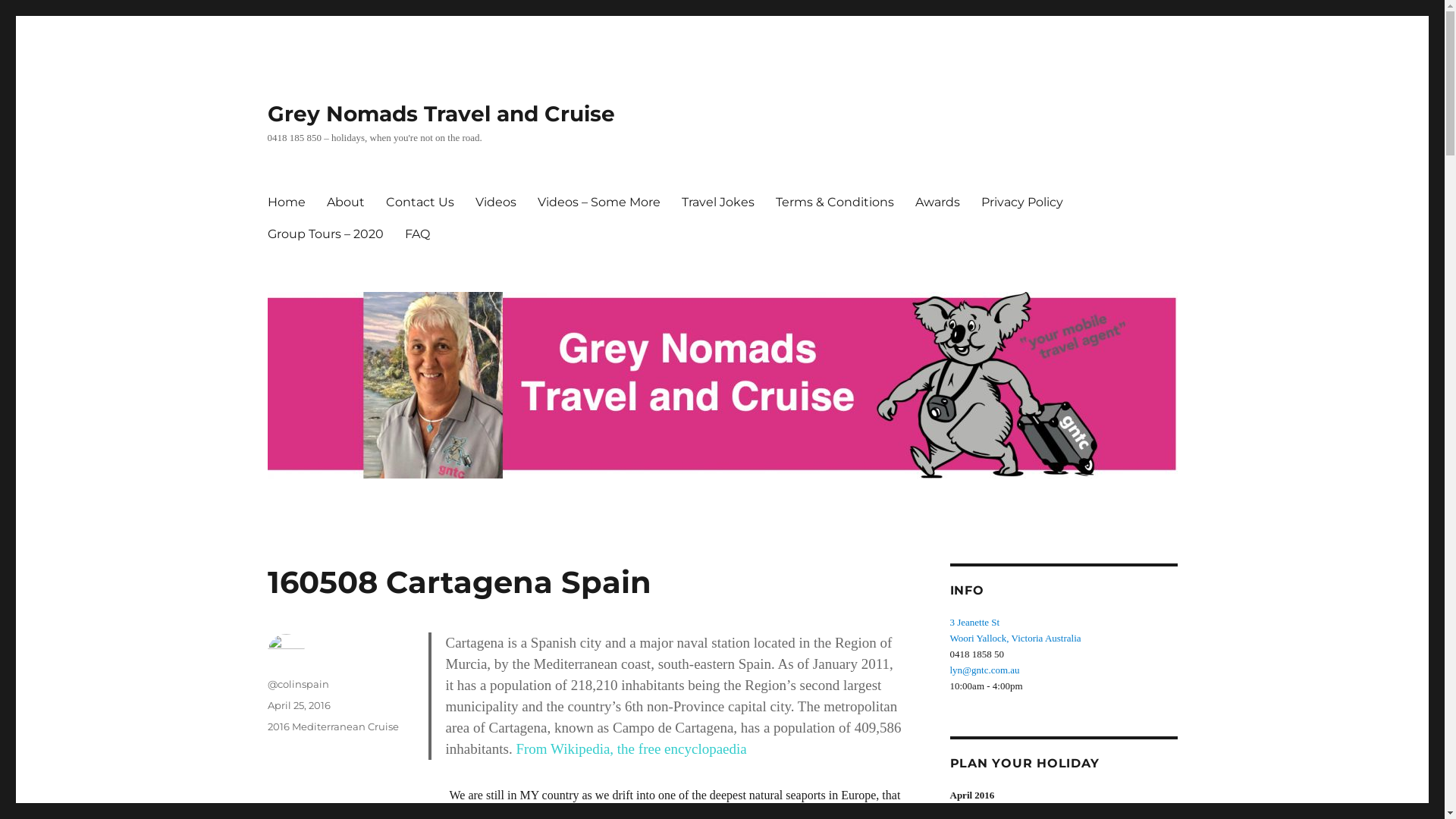 The width and height of the screenshot is (1456, 819). What do you see at coordinates (419, 201) in the screenshot?
I see `'Contact Us'` at bounding box center [419, 201].